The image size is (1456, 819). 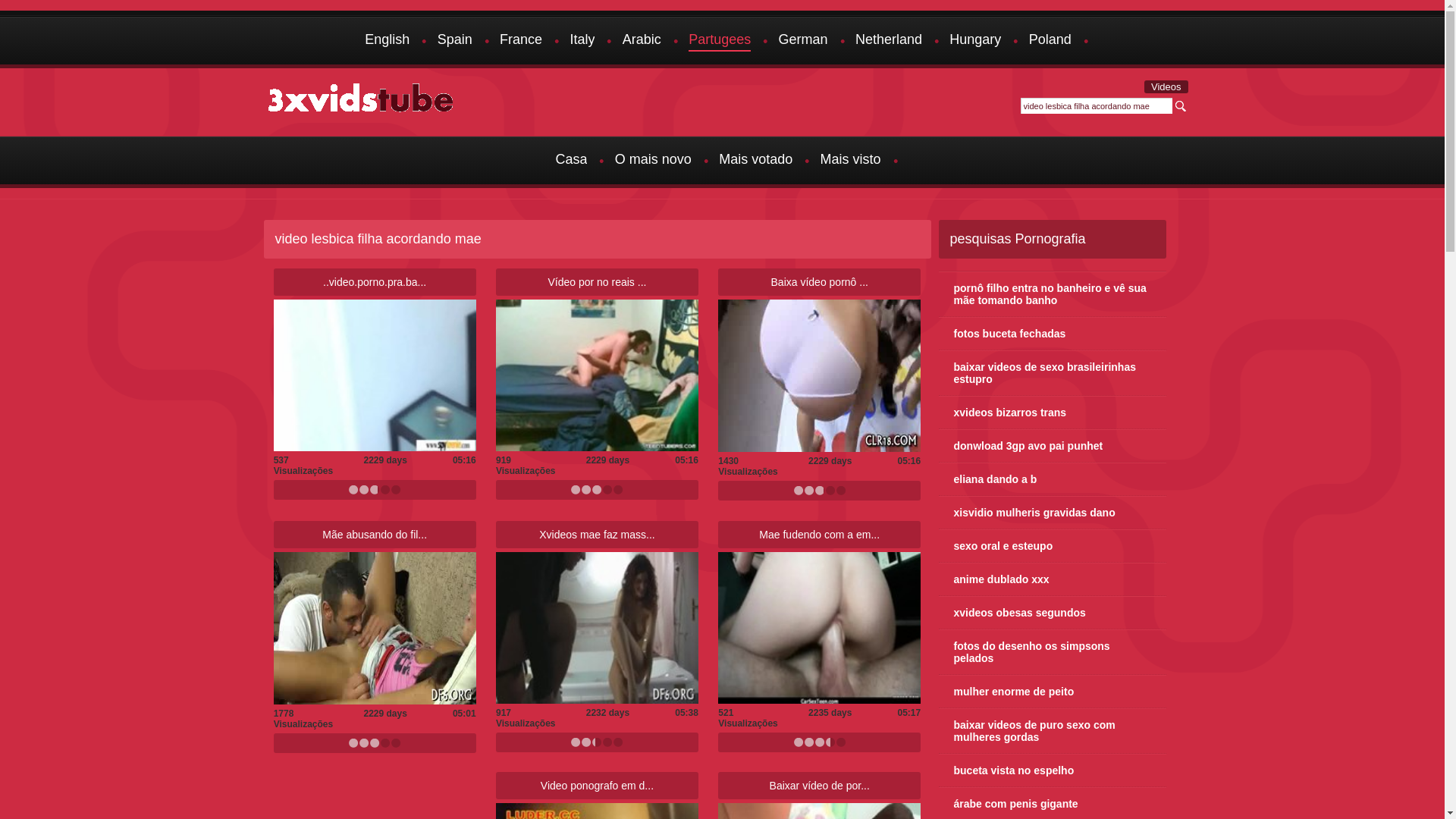 I want to click on 'anime dublado xxx', so click(x=1051, y=579).